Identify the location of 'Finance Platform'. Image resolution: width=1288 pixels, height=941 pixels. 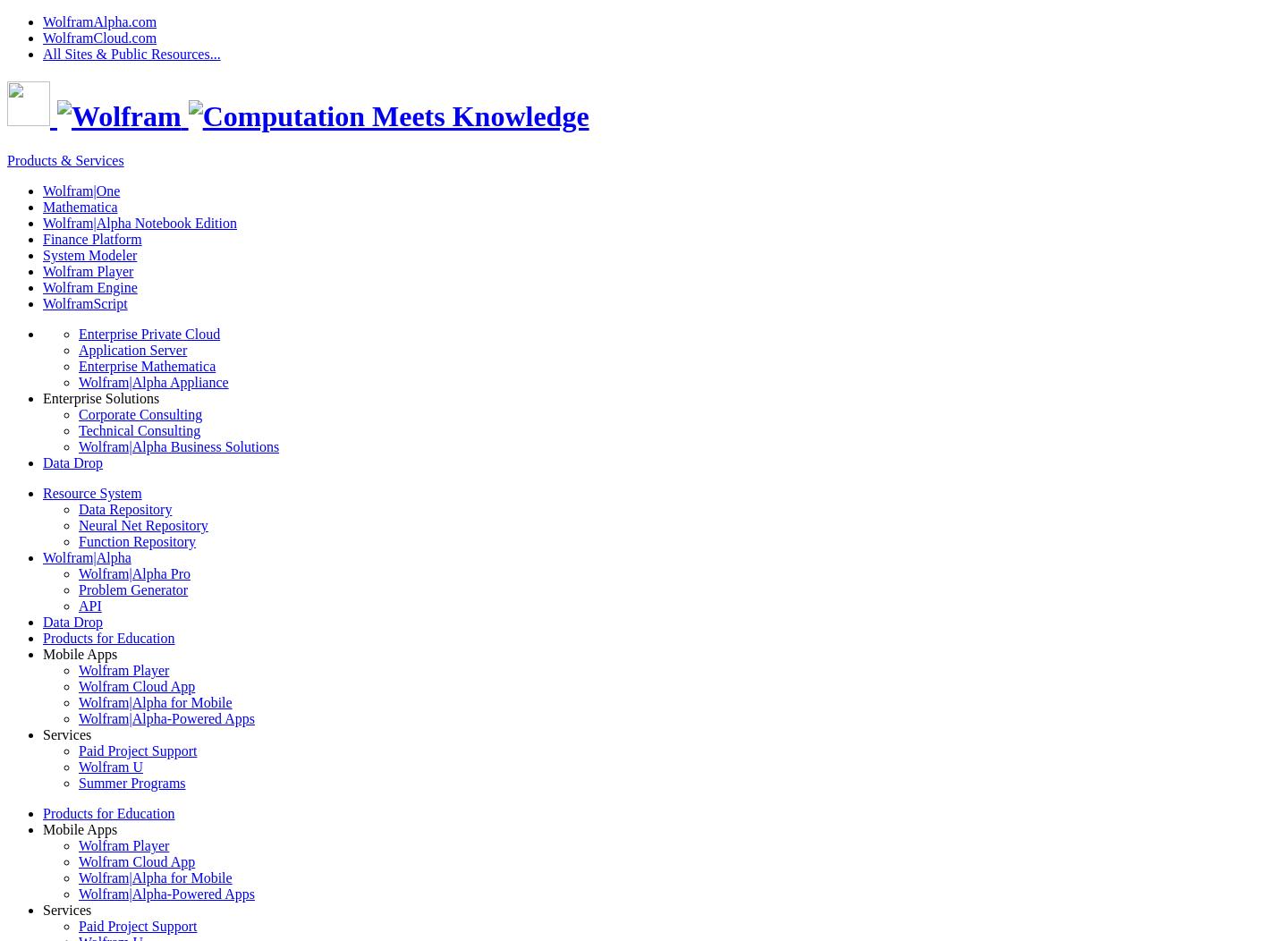
(91, 238).